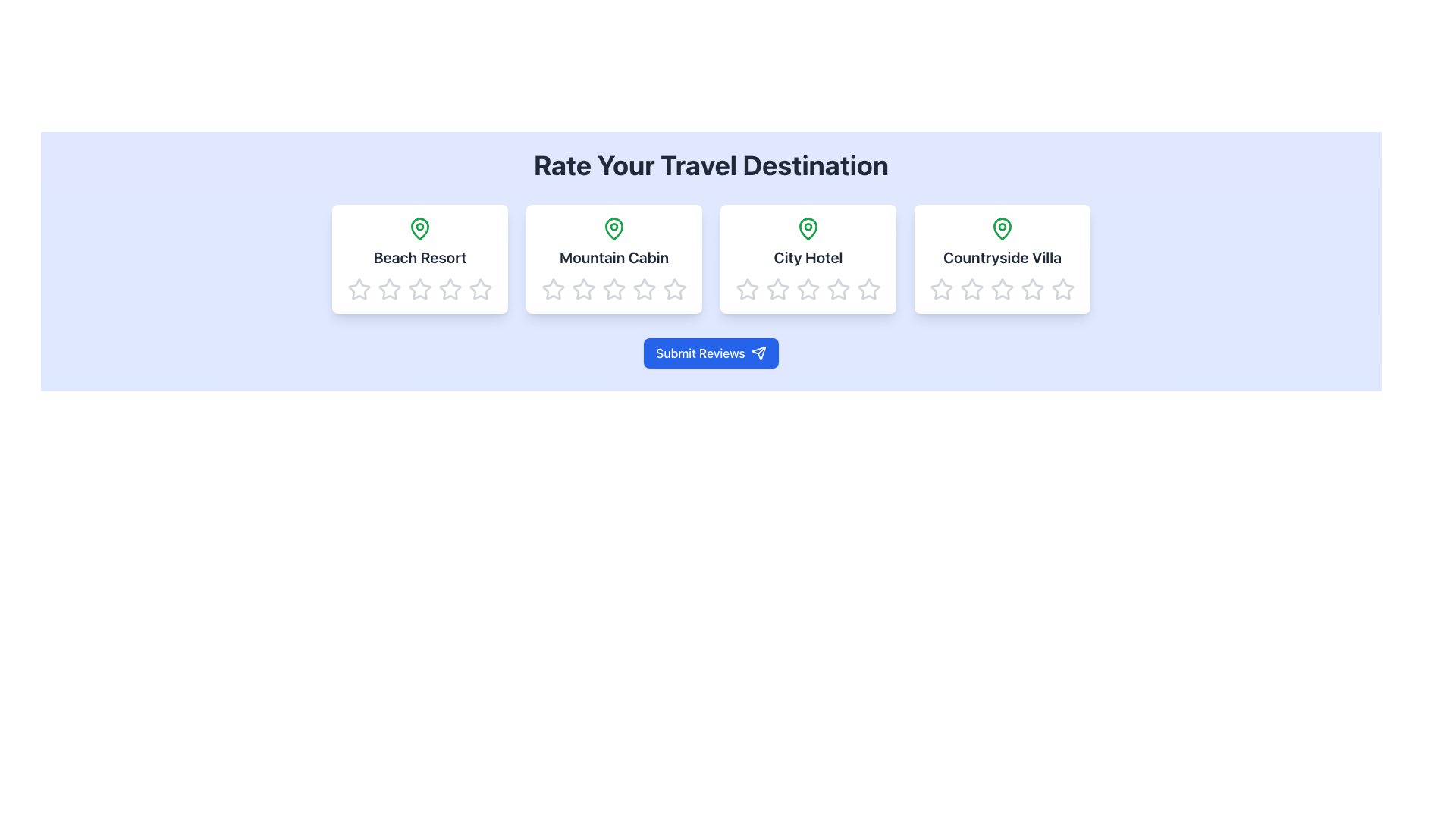  Describe the element at coordinates (971, 289) in the screenshot. I see `the second star icon in the row of five rating stars for the 'Countryside Villa' section` at that location.